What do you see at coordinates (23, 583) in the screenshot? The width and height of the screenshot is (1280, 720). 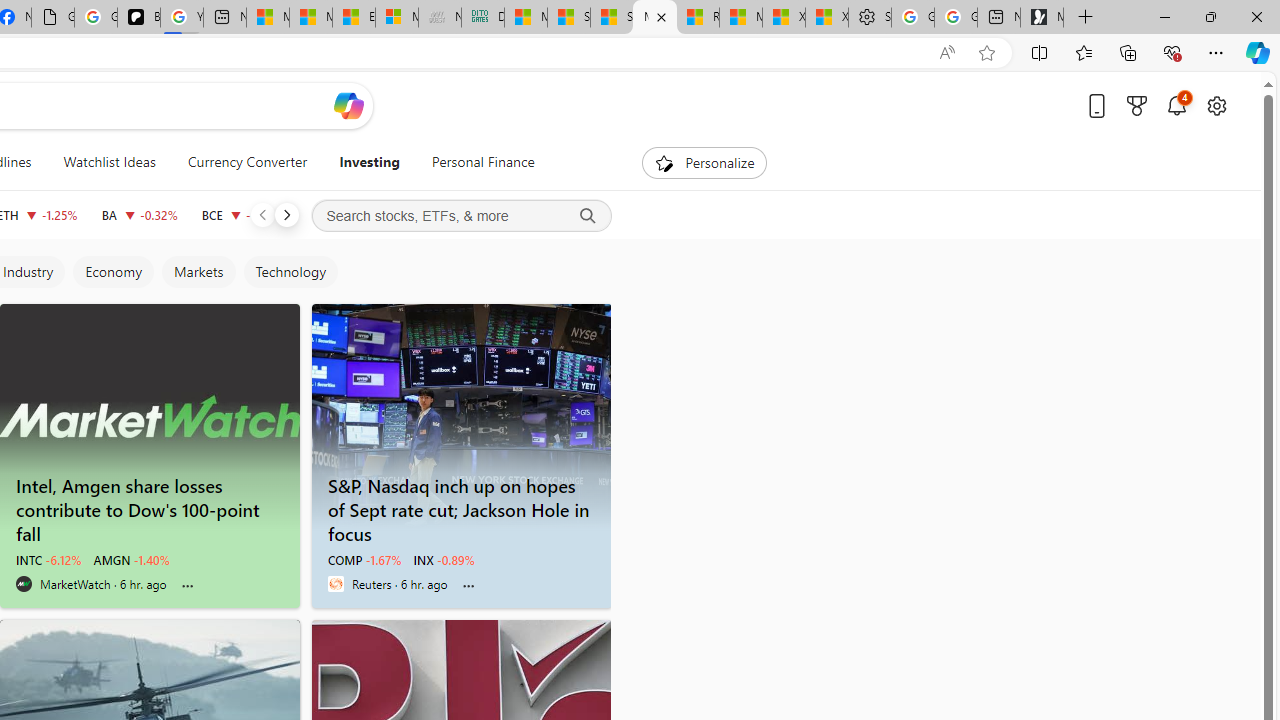 I see `'MarketWatch'` at bounding box center [23, 583].